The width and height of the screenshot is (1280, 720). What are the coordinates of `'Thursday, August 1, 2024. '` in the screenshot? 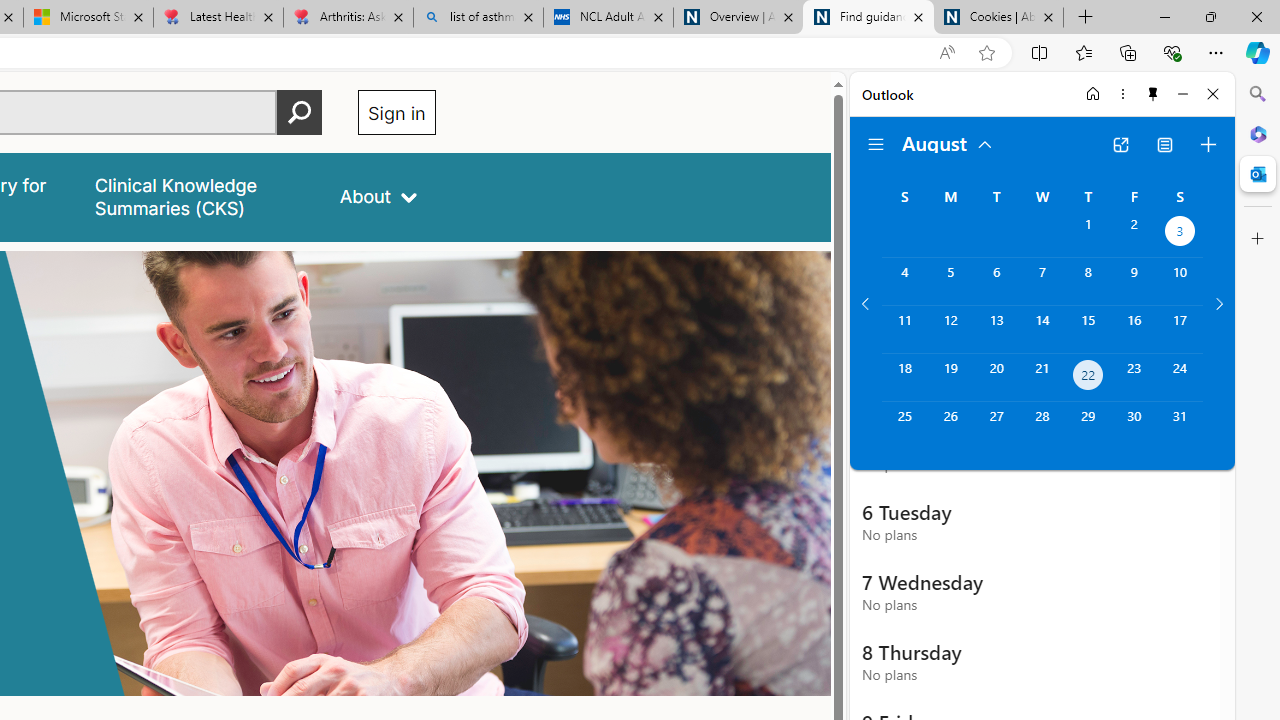 It's located at (1087, 232).